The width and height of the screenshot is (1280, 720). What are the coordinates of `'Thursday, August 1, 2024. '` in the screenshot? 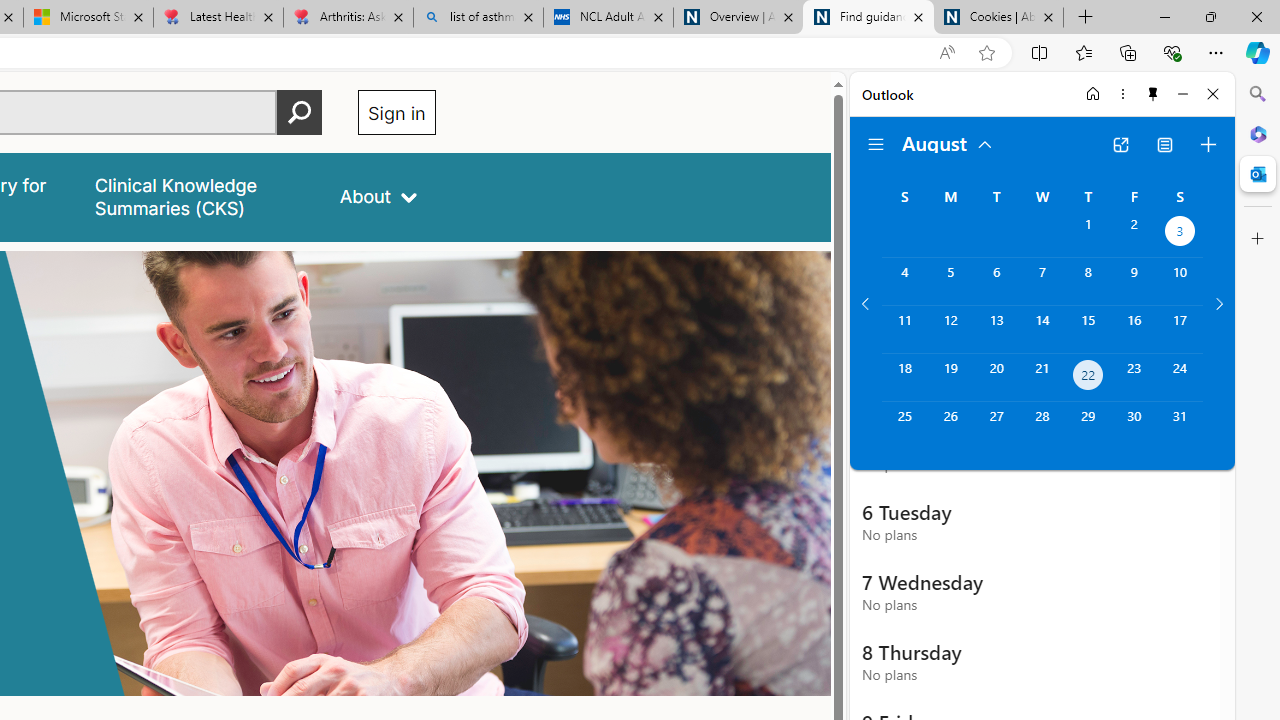 It's located at (1087, 232).